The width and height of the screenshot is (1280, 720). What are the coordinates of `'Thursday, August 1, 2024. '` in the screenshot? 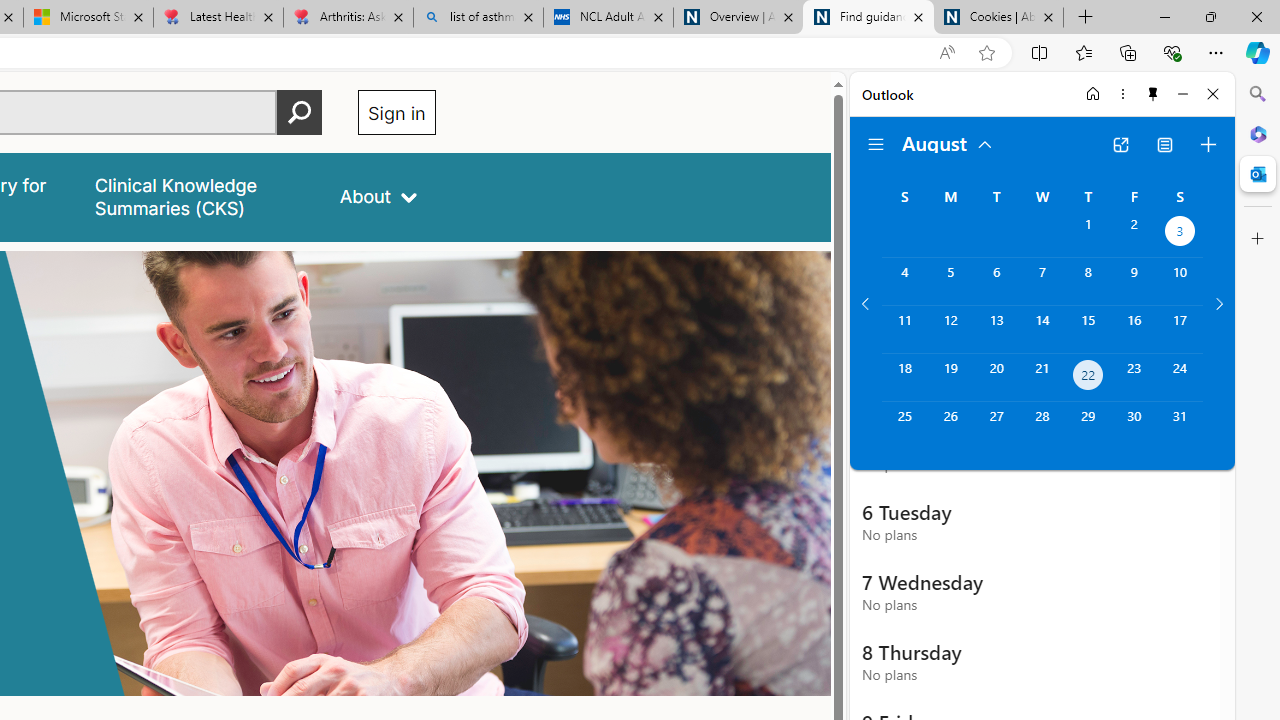 It's located at (1087, 232).